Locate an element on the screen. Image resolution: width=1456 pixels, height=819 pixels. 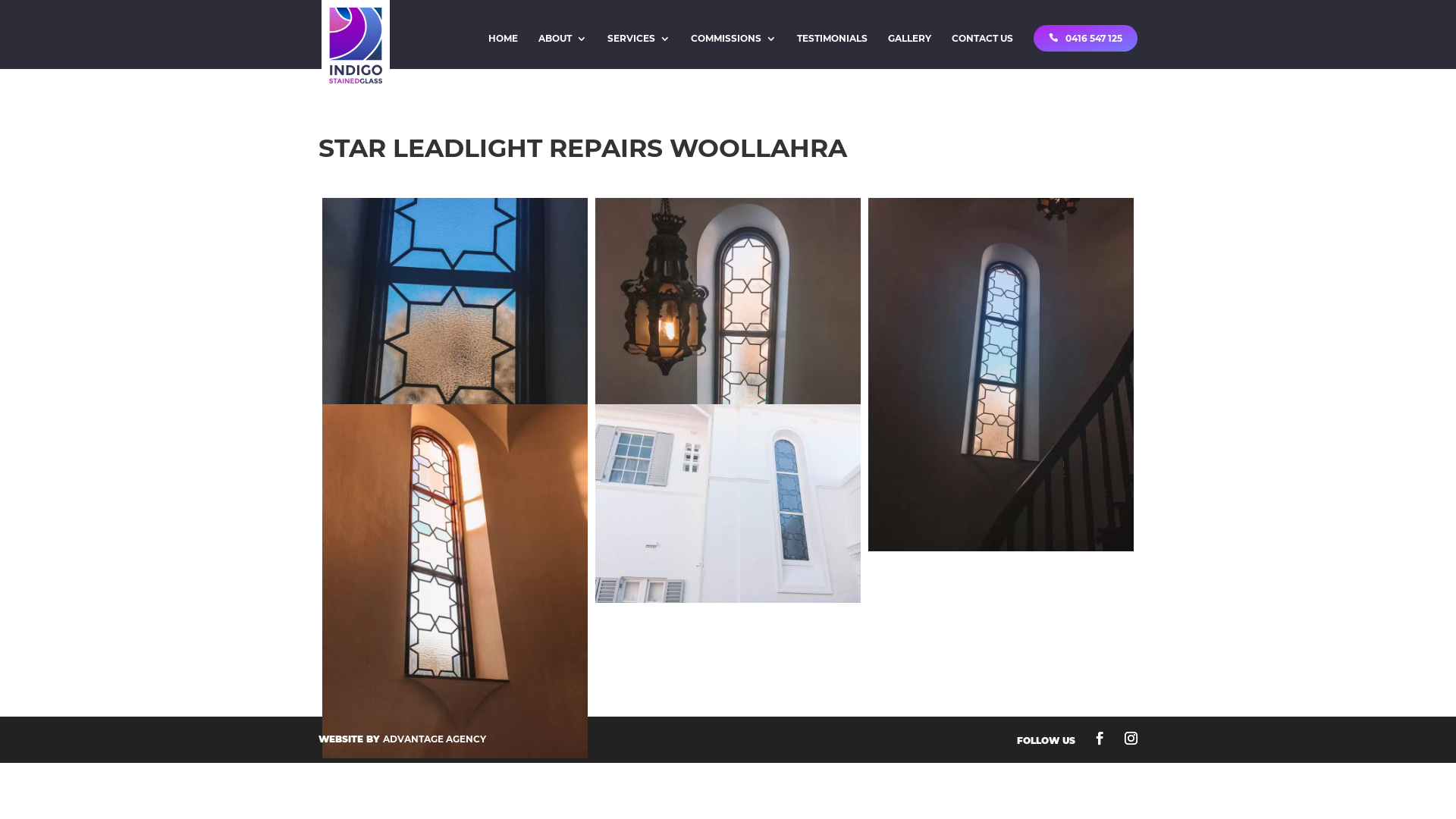
'GALLERY' is located at coordinates (909, 50).